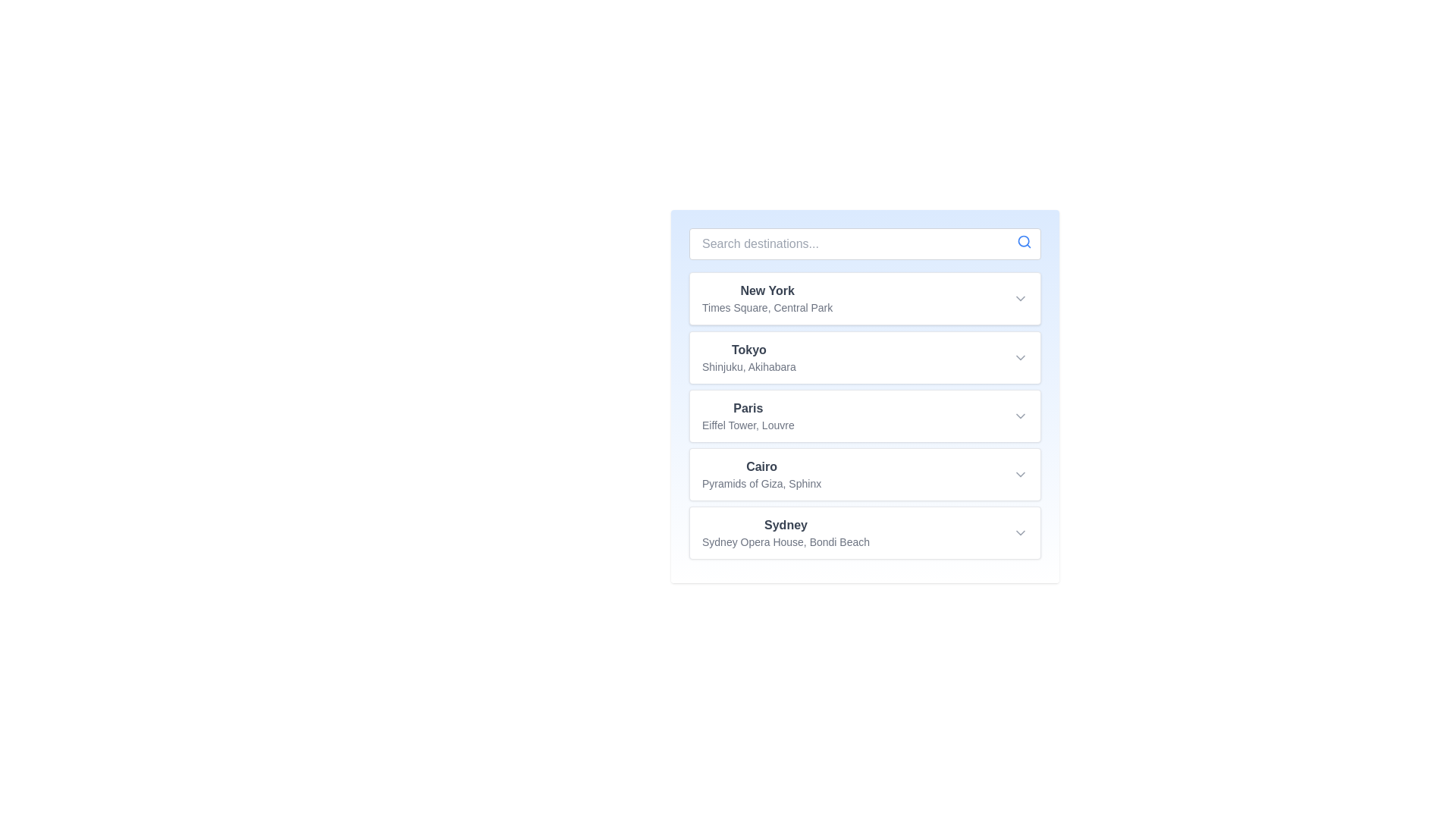  What do you see at coordinates (748, 366) in the screenshot?
I see `the styling of the Text label providing contextual information about notable districts in Tokyo, located directly below the heading 'Tokyo'` at bounding box center [748, 366].